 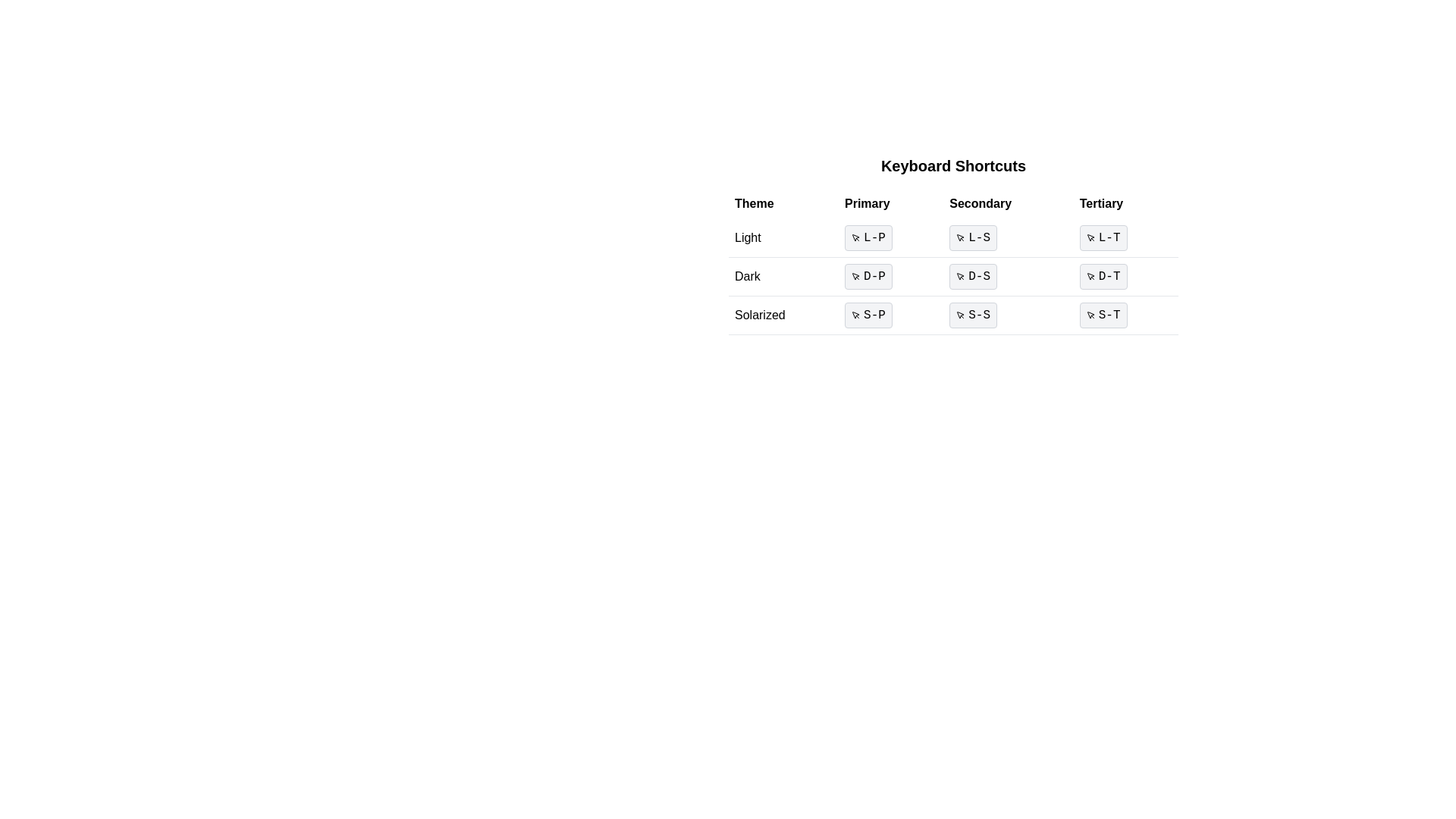 What do you see at coordinates (1109, 277) in the screenshot?
I see `the 'D-T' shortcut key indicator text label within the button-like structure for the 'Dark' theme tertiary action, located in the third column under the 'Tertiary' header and the second row` at bounding box center [1109, 277].